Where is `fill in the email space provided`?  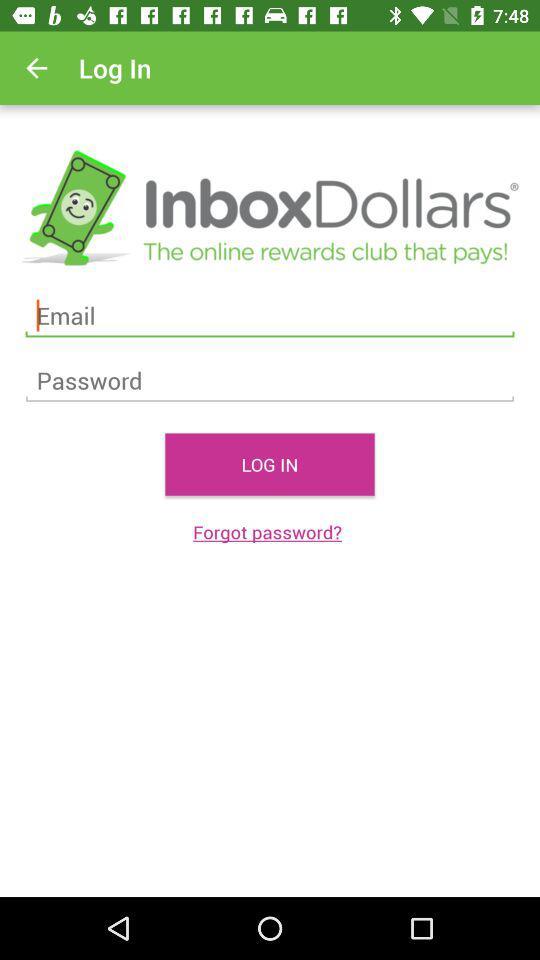 fill in the email space provided is located at coordinates (270, 316).